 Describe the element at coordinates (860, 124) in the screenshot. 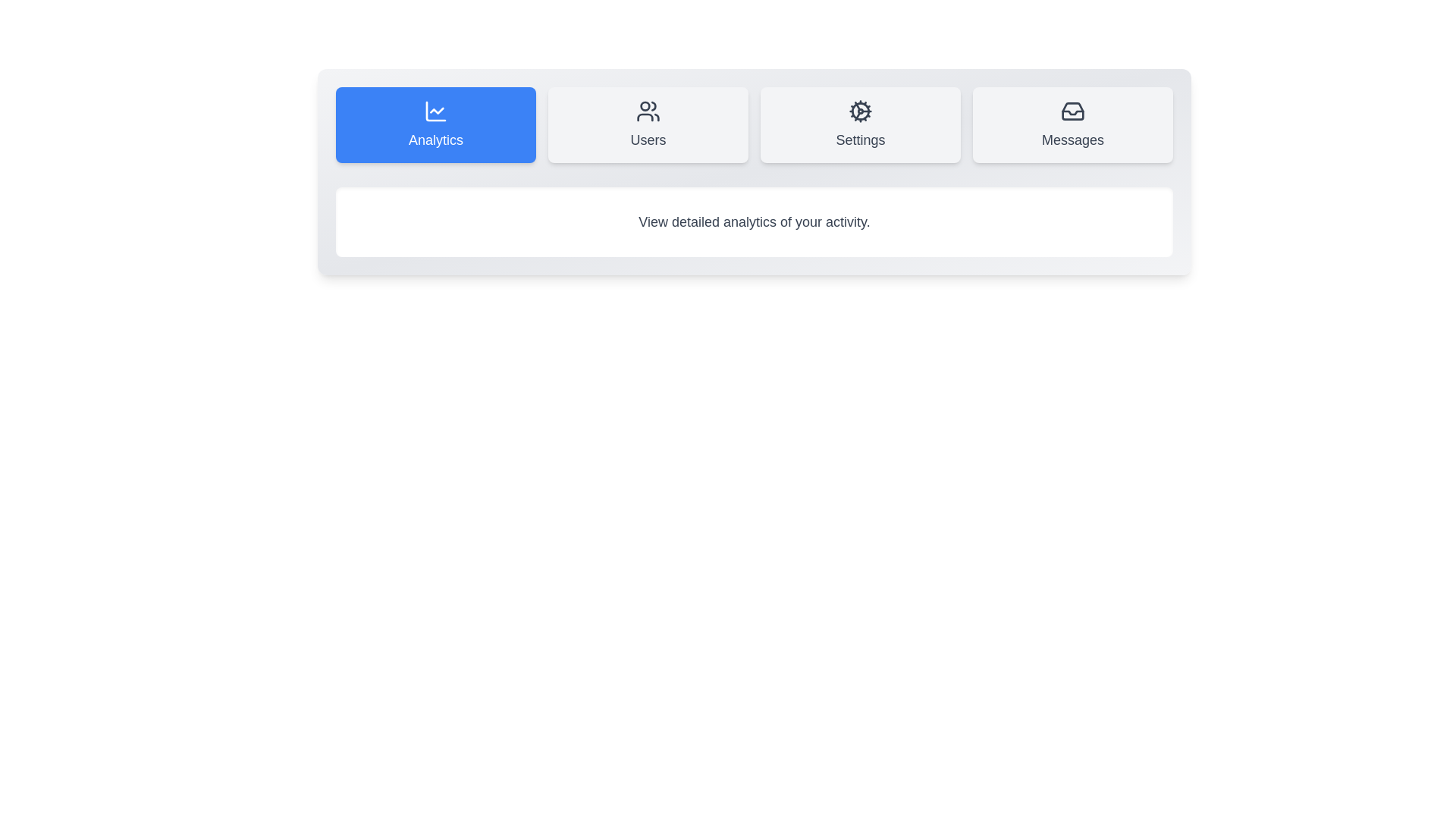

I see `the Settings tab to switch the active section` at that location.